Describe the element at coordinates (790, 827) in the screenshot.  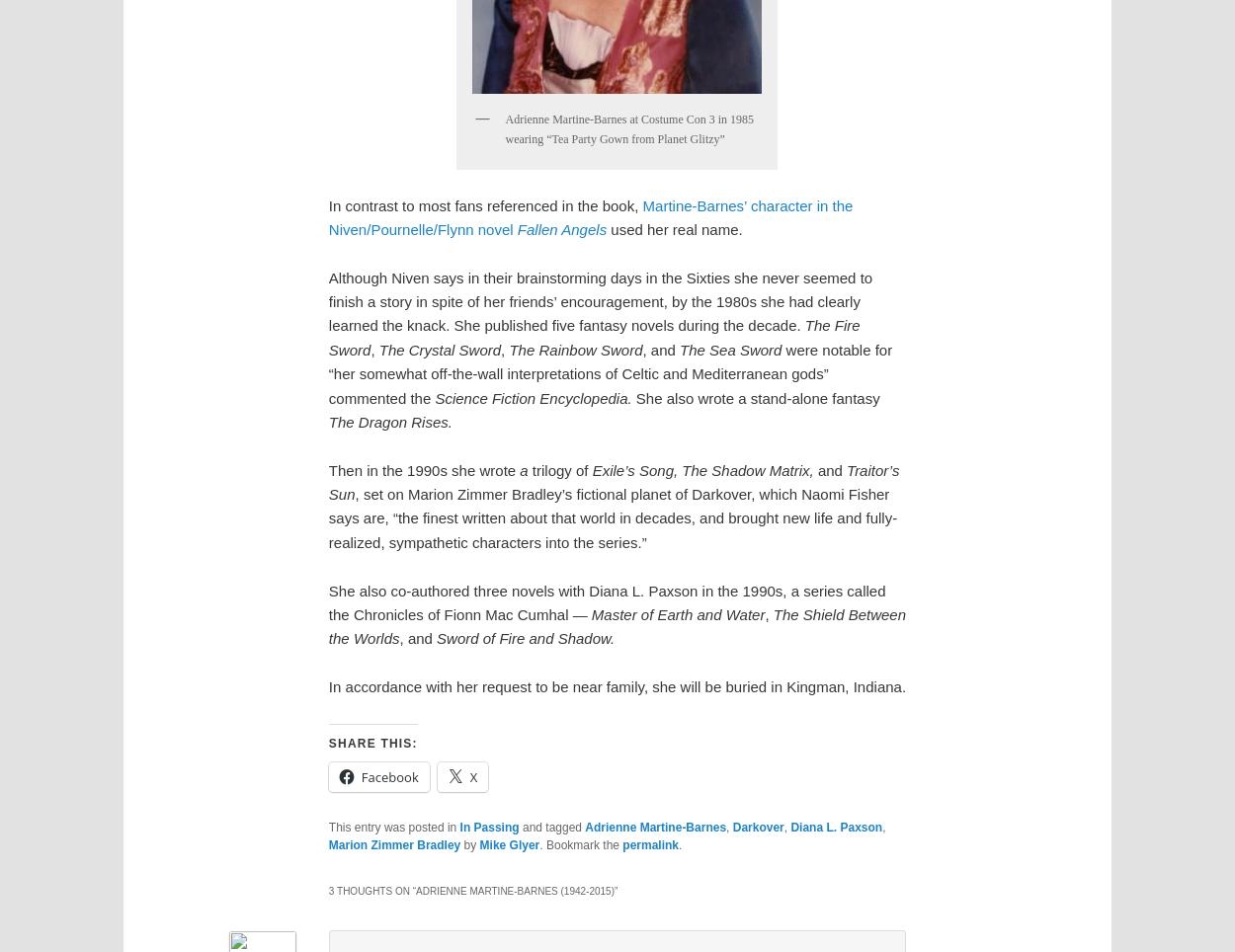
I see `'Diana L. Paxson'` at that location.